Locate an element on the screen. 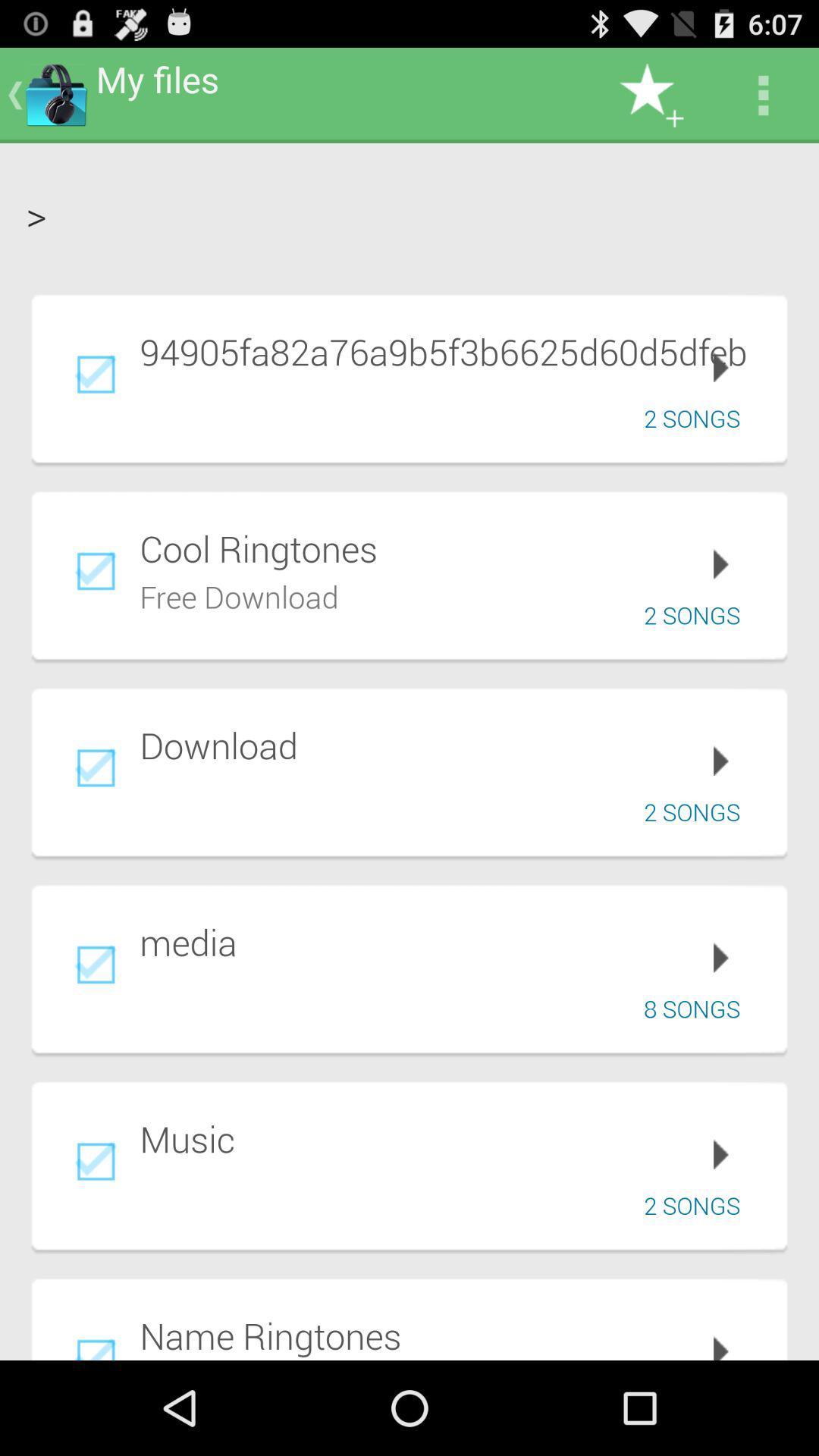 The width and height of the screenshot is (819, 1456). icon below the 8 songs app is located at coordinates (452, 1138).